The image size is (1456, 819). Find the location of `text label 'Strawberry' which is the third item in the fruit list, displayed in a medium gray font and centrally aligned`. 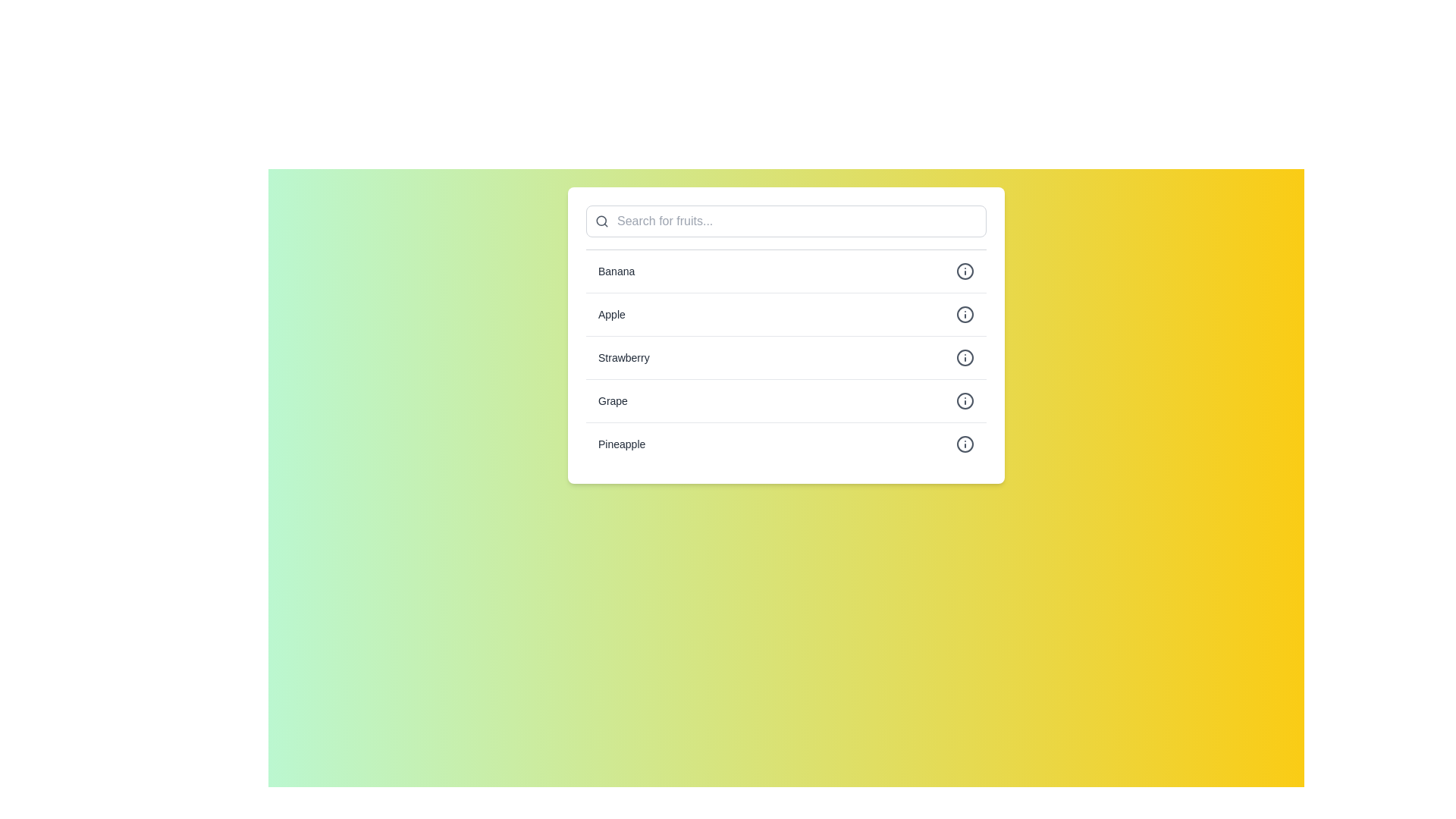

text label 'Strawberry' which is the third item in the fruit list, displayed in a medium gray font and centrally aligned is located at coordinates (623, 357).